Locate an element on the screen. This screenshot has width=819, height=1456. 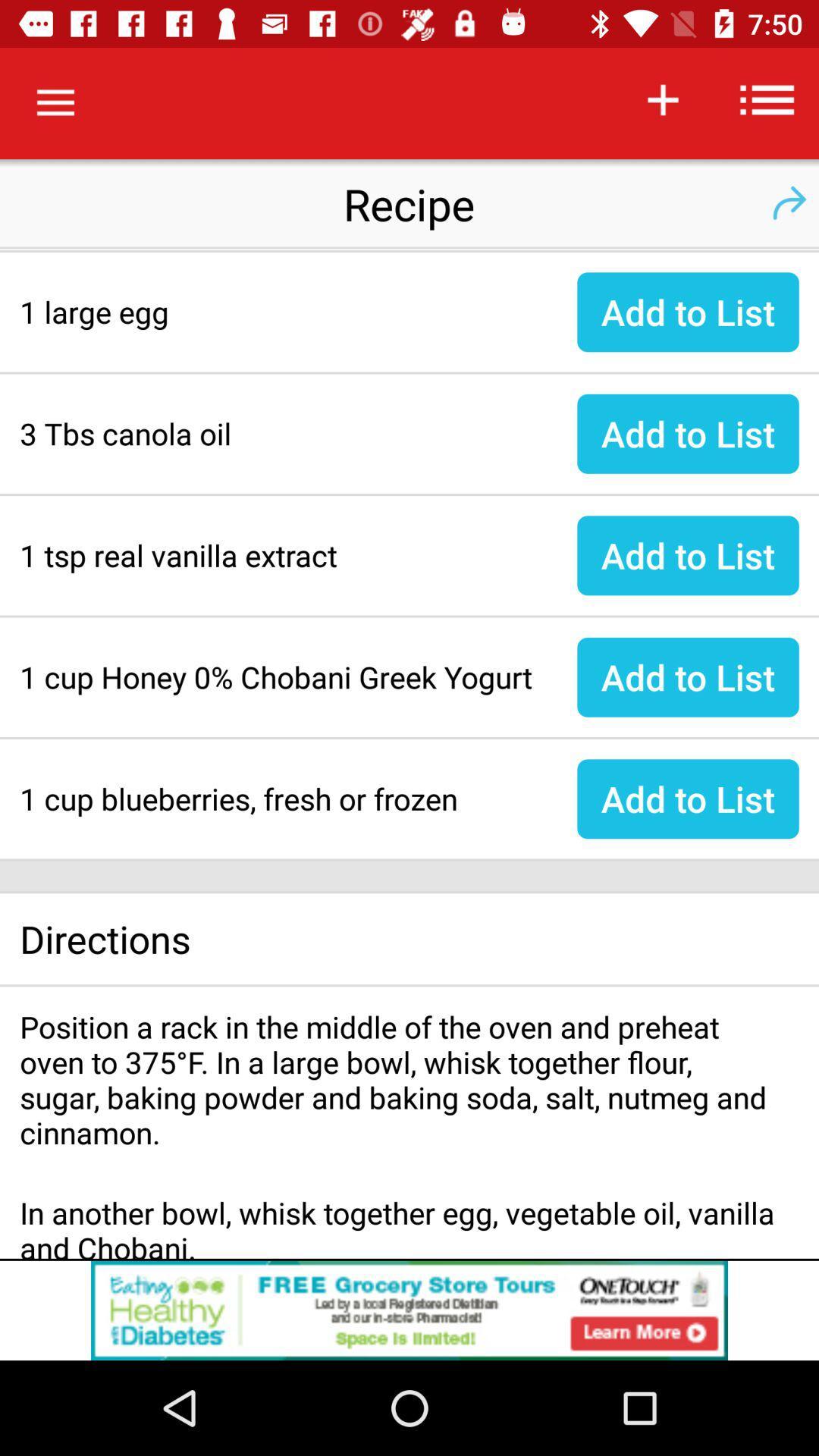
icon next to  icon at top right is located at coordinates (767, 99).